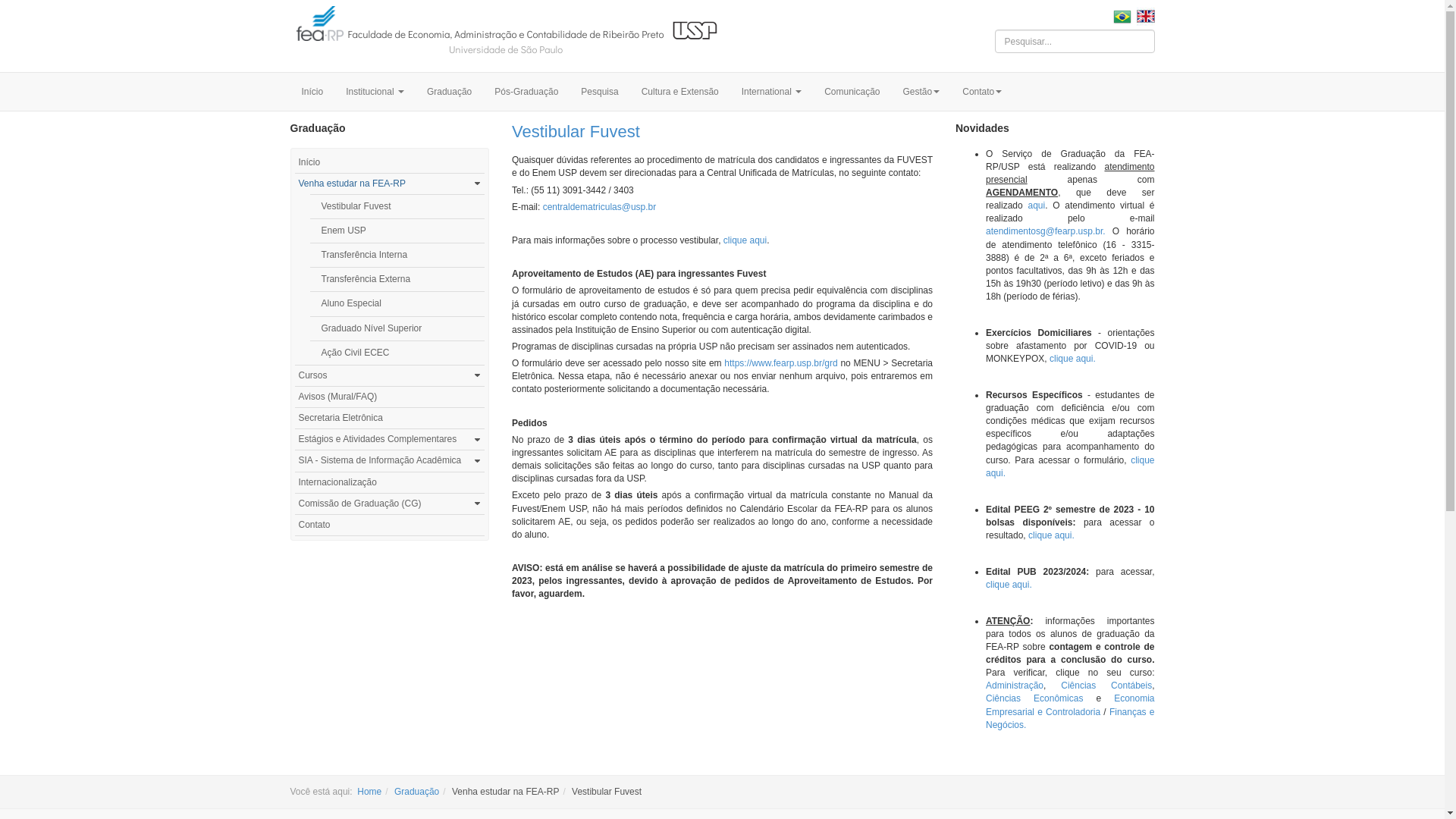  What do you see at coordinates (397, 303) in the screenshot?
I see `'Aluno Especial'` at bounding box center [397, 303].